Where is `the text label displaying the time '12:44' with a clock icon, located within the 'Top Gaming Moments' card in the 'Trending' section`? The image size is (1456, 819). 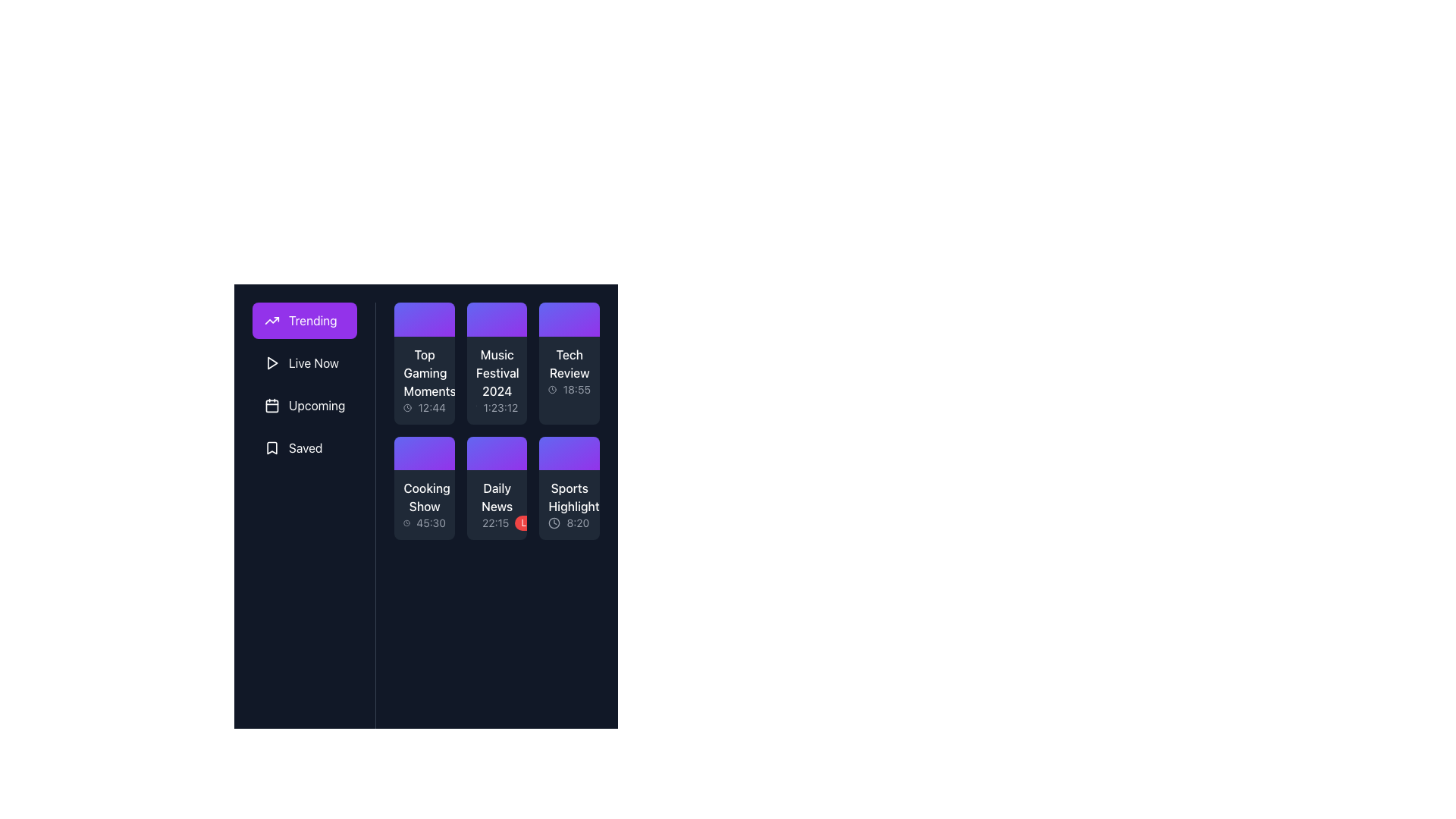 the text label displaying the time '12:44' with a clock icon, located within the 'Top Gaming Moments' card in the 'Trending' section is located at coordinates (425, 406).